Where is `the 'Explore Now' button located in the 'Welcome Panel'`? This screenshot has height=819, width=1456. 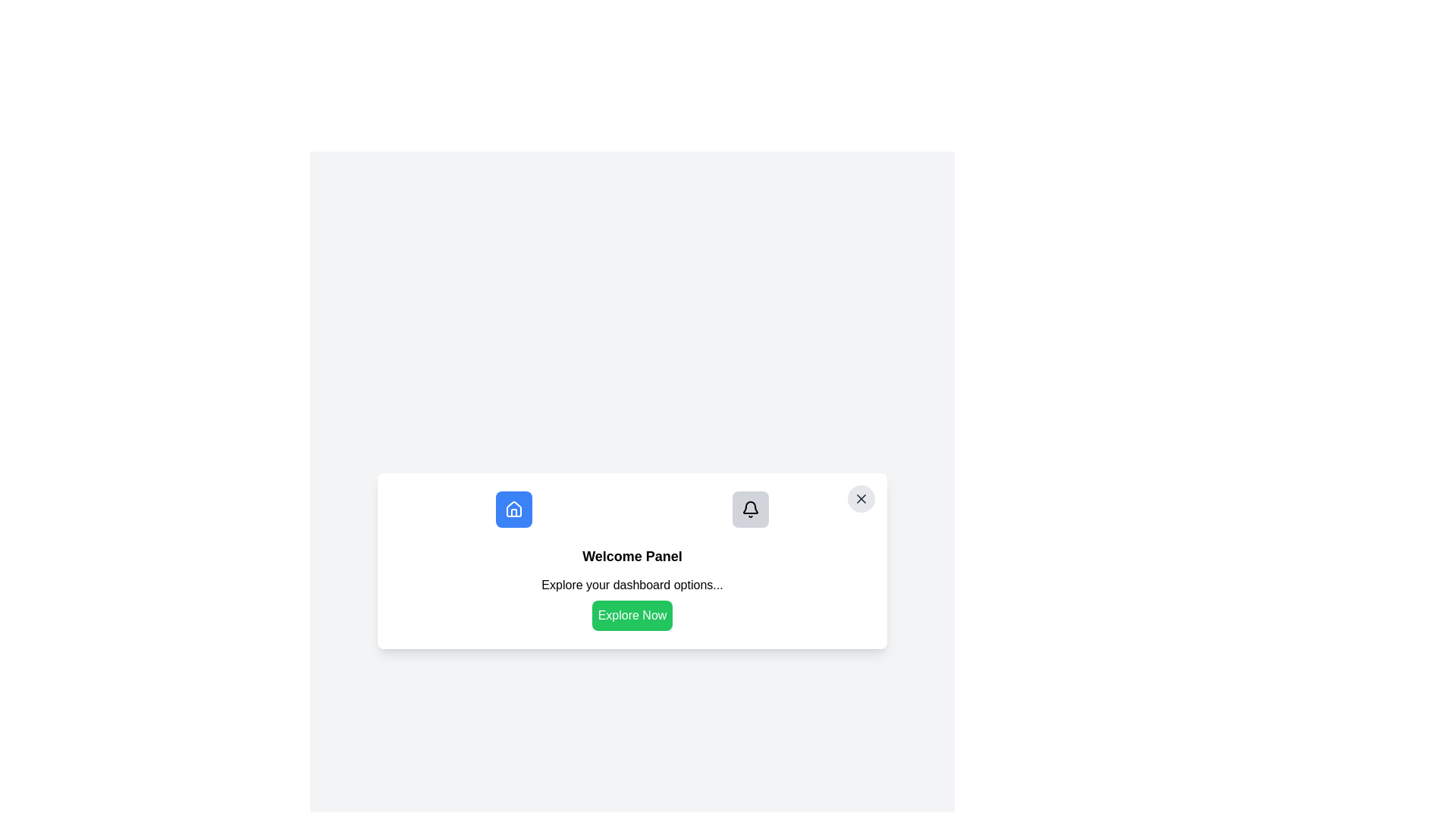 the 'Explore Now' button located in the 'Welcome Panel' is located at coordinates (632, 602).